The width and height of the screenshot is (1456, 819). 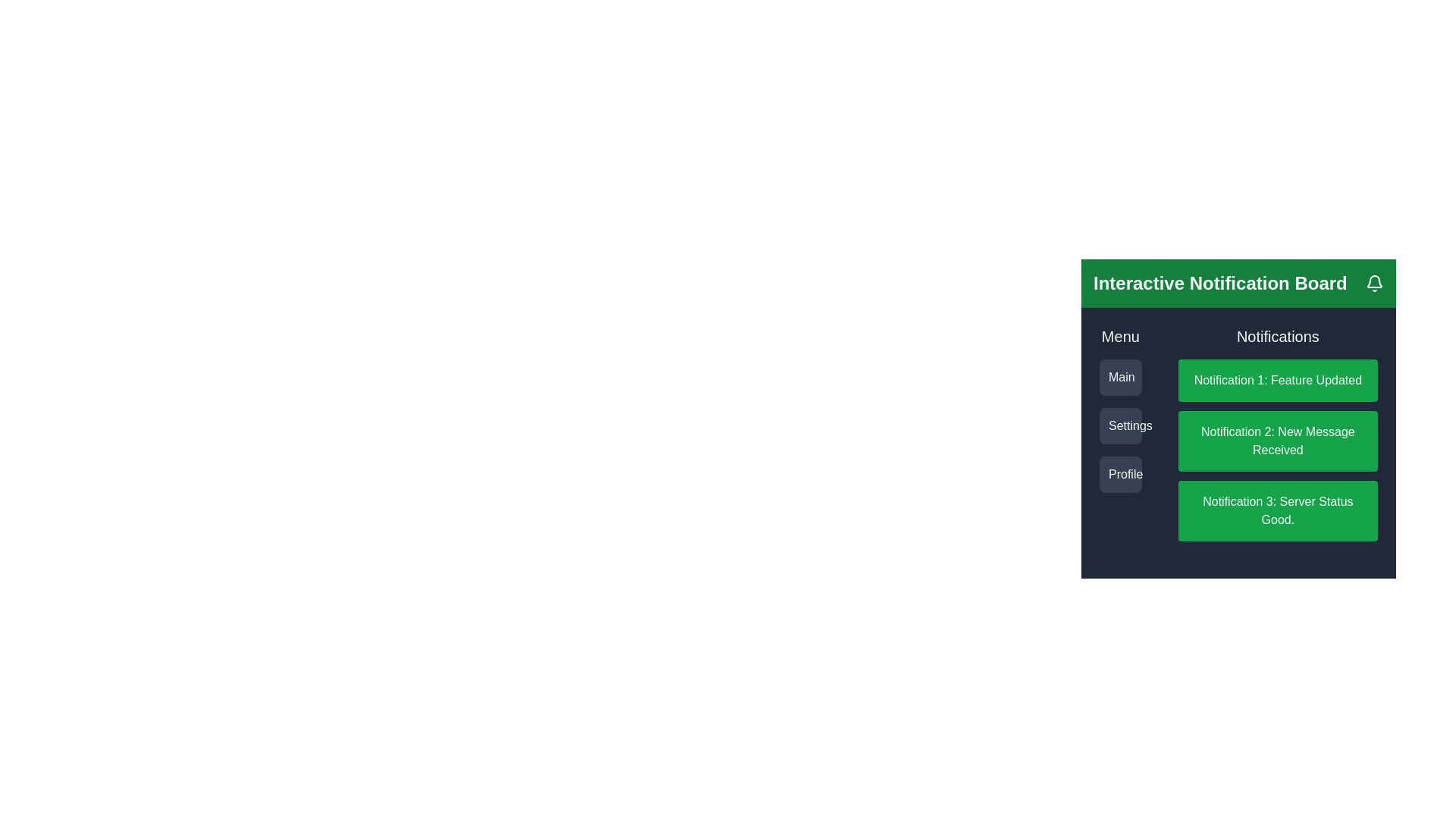 I want to click on the Static notification indicator button labeled 'Notification 2: New Message Received', which is the second button in the Notifications section, so click(x=1277, y=441).